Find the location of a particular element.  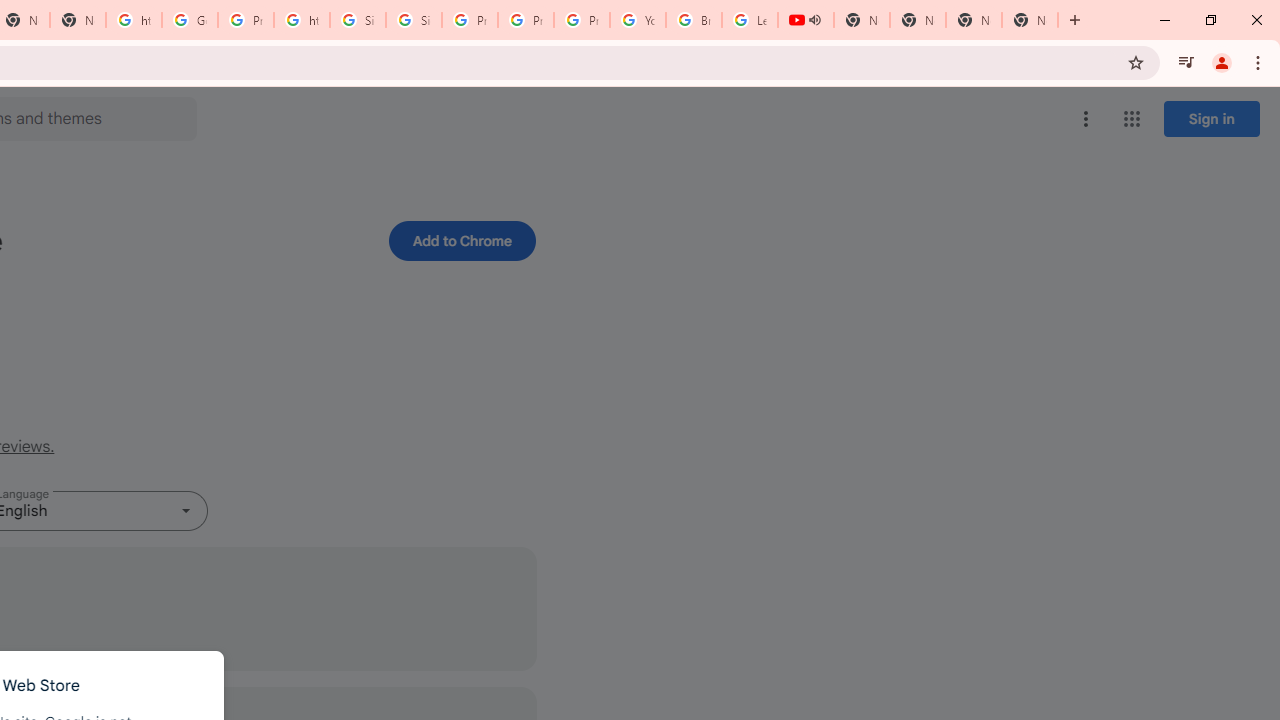

'New Tab' is located at coordinates (974, 20).